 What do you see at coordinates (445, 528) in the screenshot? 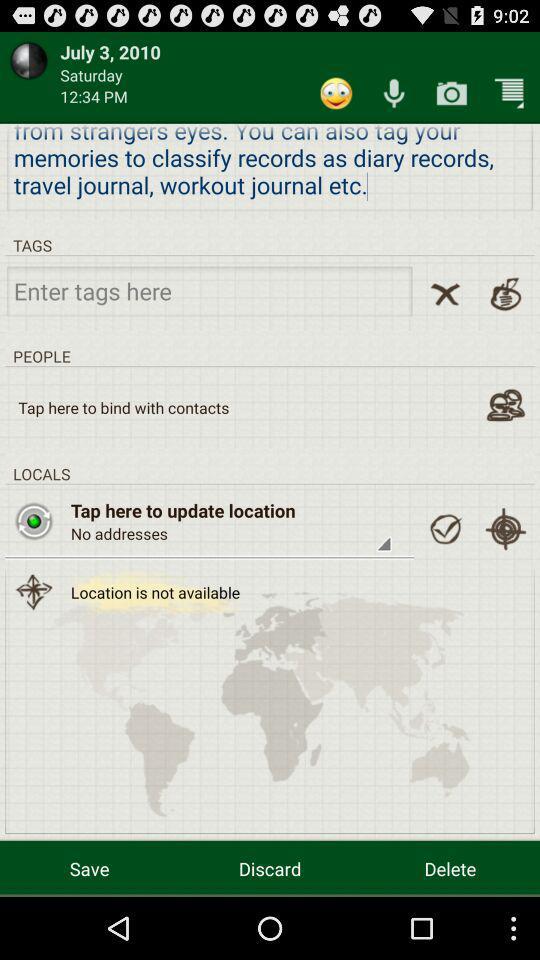
I see `mark as done` at bounding box center [445, 528].